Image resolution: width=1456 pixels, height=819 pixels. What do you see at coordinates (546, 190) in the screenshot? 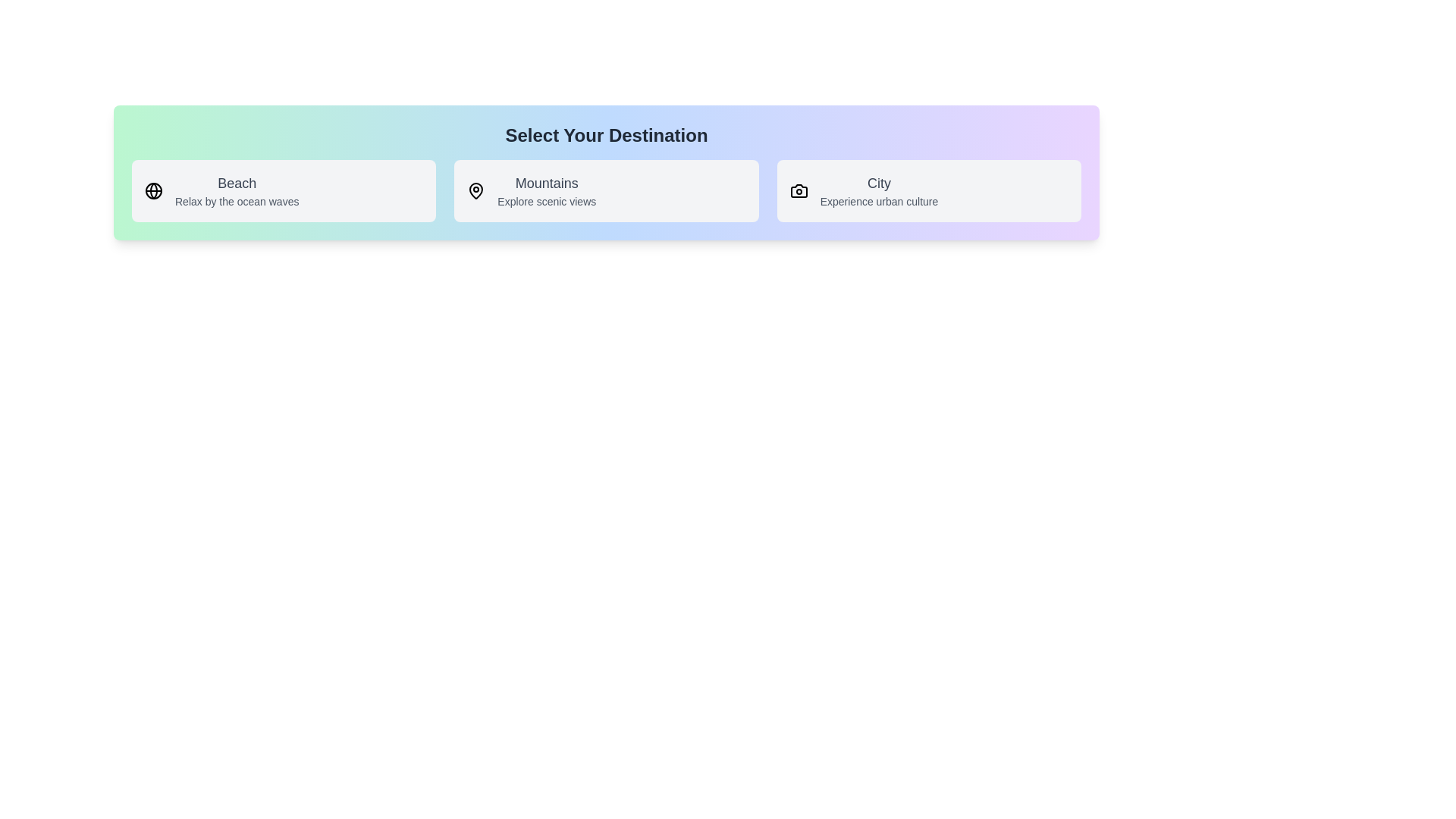
I see `the 'Mountains' destination text label, which is the second selectable panel in a row of three options, located in the middle of the panel group` at bounding box center [546, 190].